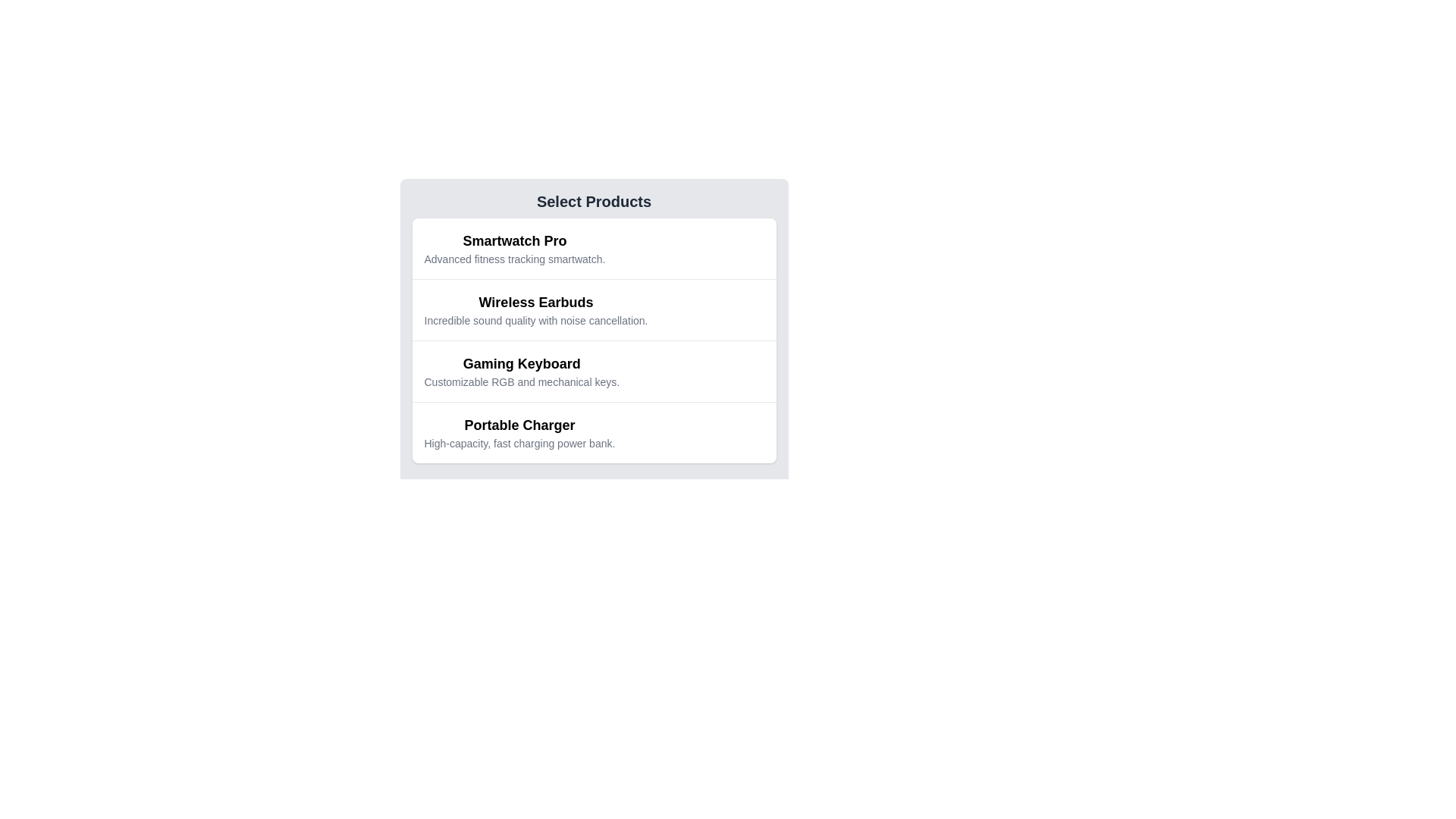  I want to click on the list item card displaying 'Gaming Keyboard' within the 'Select Products' selection panel for more information, so click(593, 356).